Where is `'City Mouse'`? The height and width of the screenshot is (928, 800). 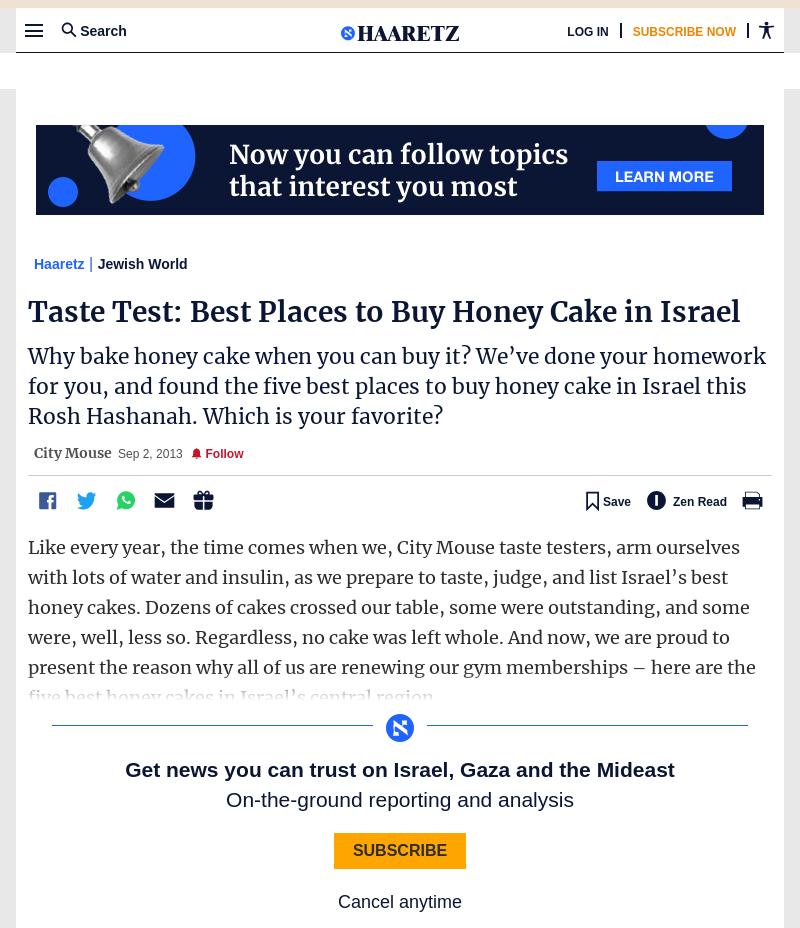
'City Mouse' is located at coordinates (33, 452).